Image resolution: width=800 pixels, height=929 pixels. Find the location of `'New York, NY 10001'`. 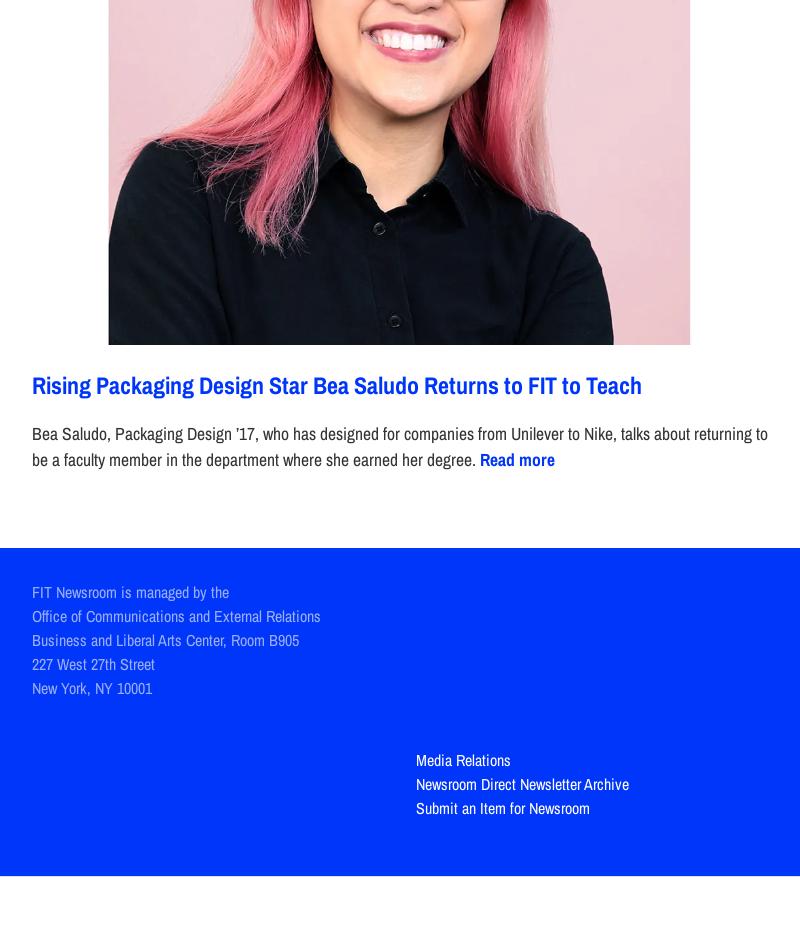

'New York, NY 10001' is located at coordinates (92, 688).